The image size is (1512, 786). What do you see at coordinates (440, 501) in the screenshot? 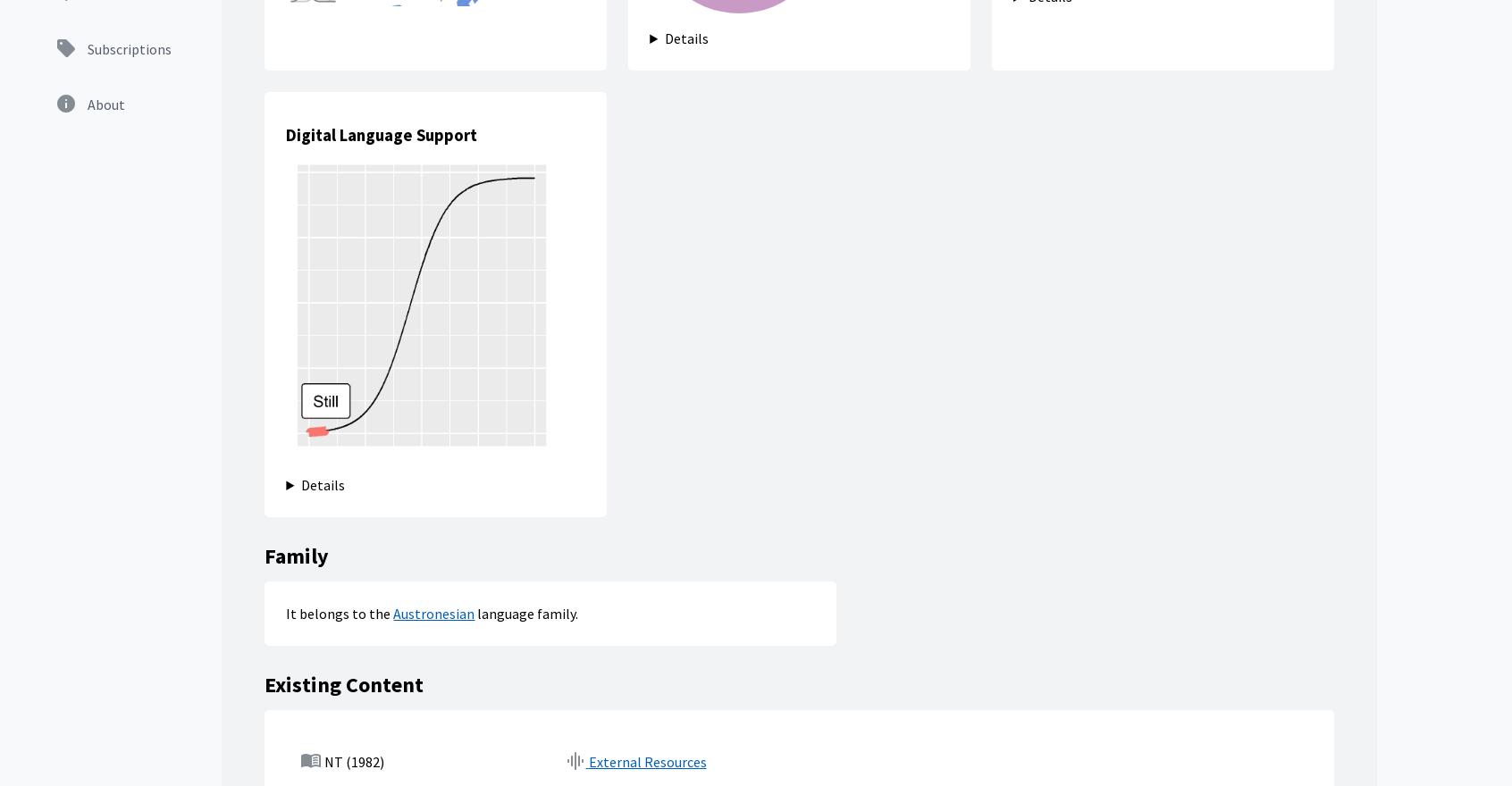
I see `'Families'` at bounding box center [440, 501].